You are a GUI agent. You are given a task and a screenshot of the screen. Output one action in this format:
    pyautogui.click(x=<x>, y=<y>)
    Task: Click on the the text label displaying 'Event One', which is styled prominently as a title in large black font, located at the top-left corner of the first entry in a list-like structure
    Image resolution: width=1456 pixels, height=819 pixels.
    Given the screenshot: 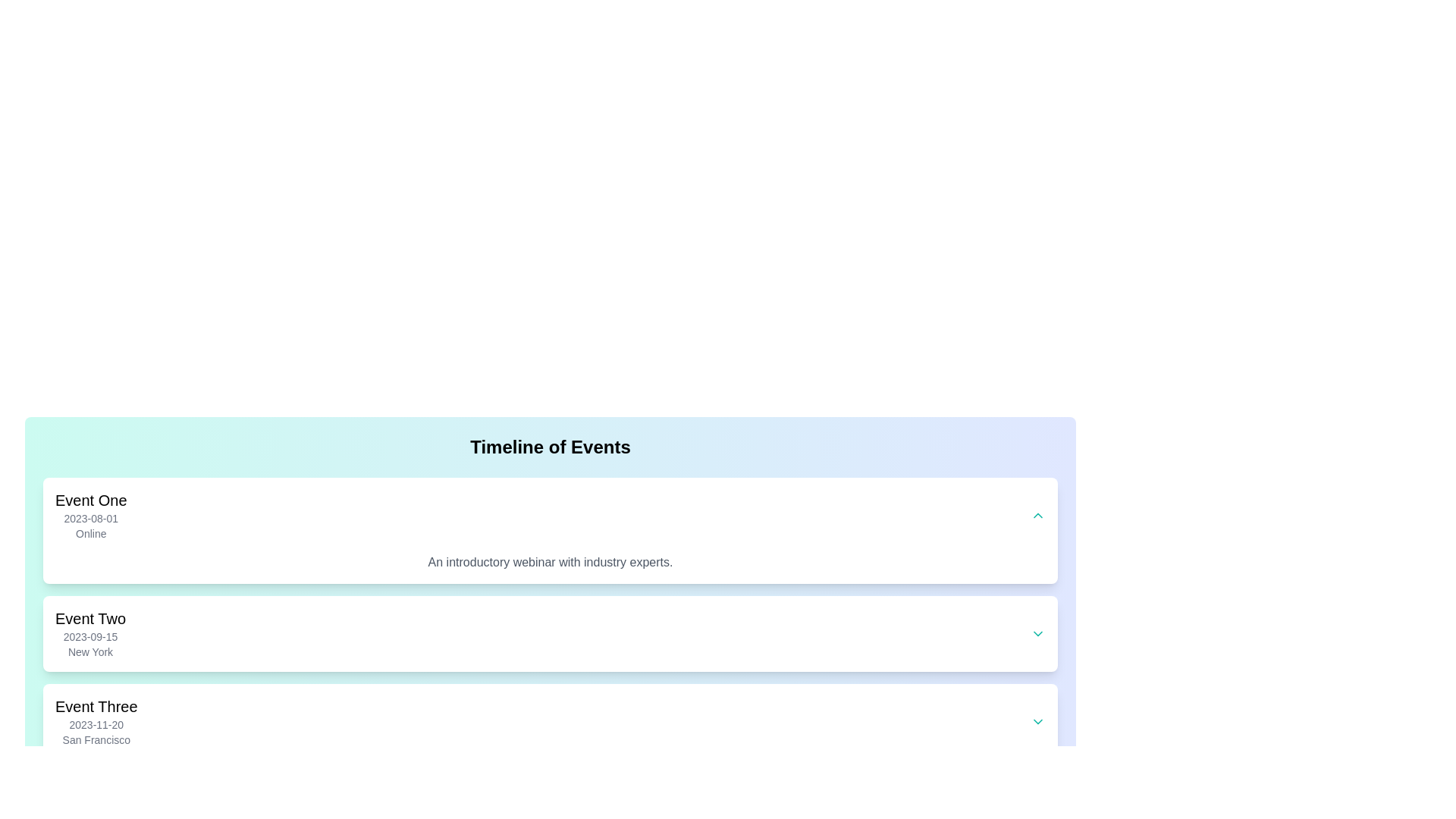 What is the action you would take?
    pyautogui.click(x=90, y=500)
    